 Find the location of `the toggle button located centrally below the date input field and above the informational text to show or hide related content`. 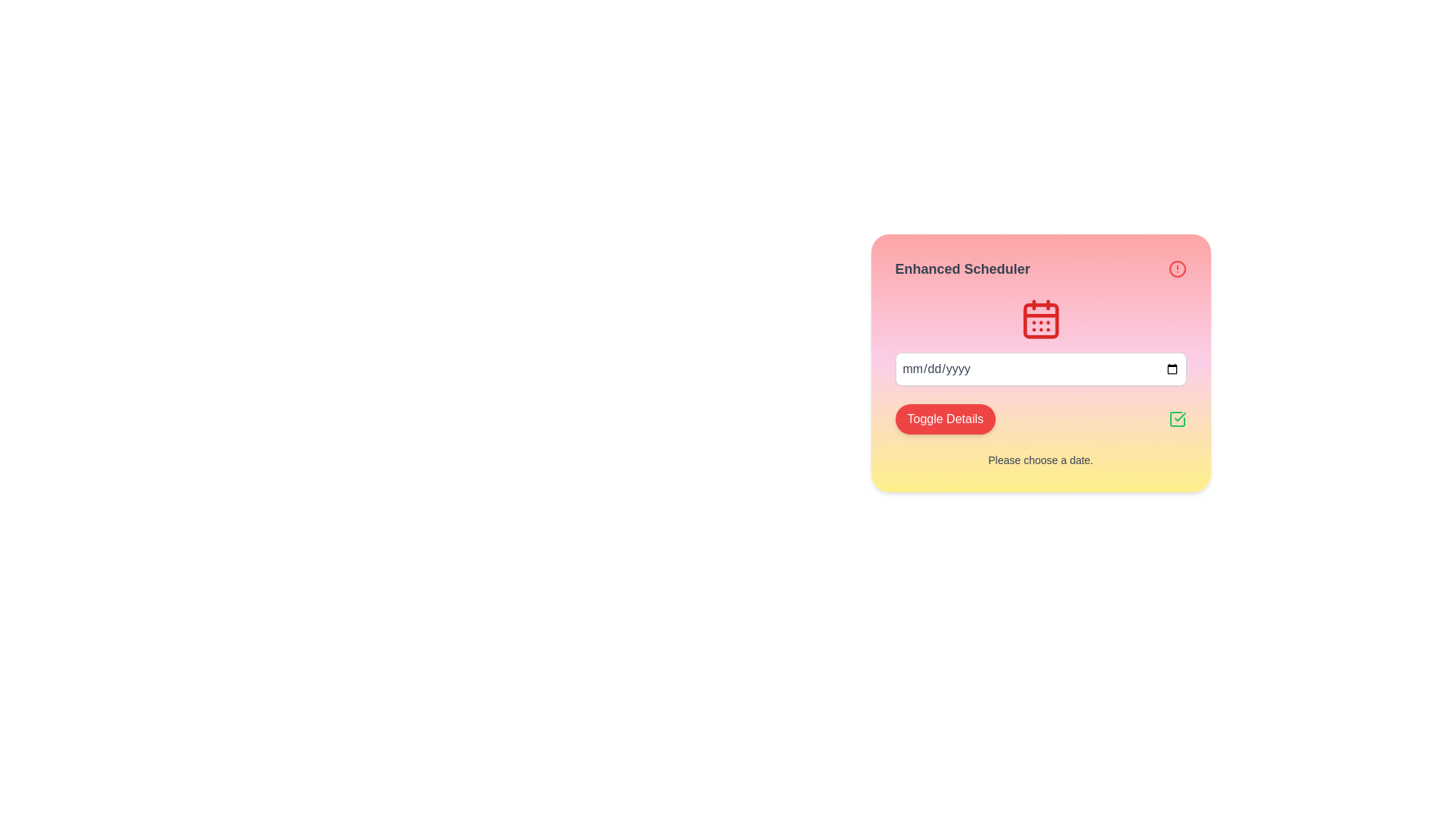

the toggle button located centrally below the date input field and above the informational text to show or hide related content is located at coordinates (944, 419).